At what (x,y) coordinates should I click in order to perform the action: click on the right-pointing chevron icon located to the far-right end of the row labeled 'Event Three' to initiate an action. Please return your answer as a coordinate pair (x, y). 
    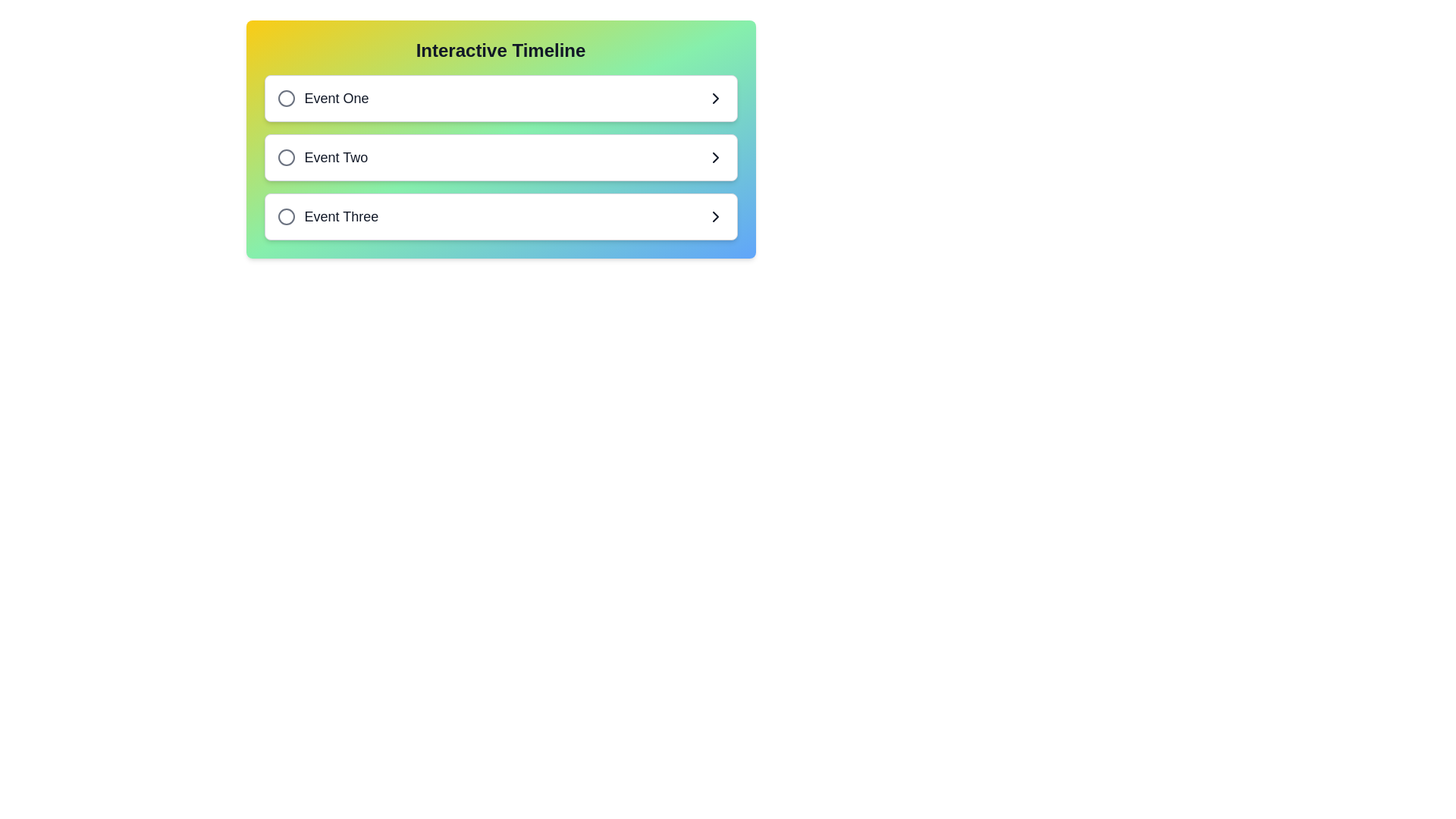
    Looking at the image, I should click on (714, 216).